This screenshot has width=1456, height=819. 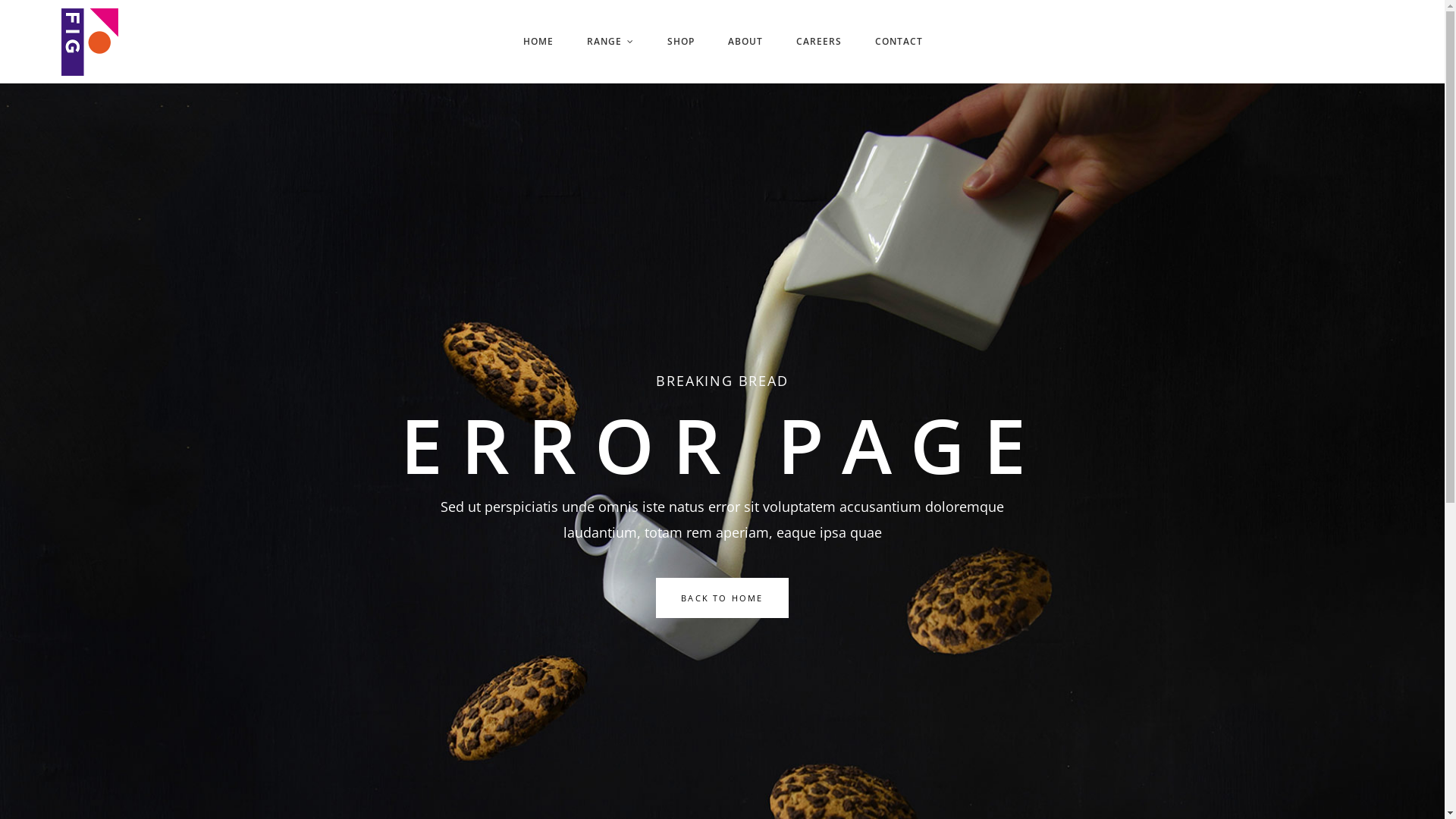 What do you see at coordinates (610, 40) in the screenshot?
I see `'RANGE'` at bounding box center [610, 40].